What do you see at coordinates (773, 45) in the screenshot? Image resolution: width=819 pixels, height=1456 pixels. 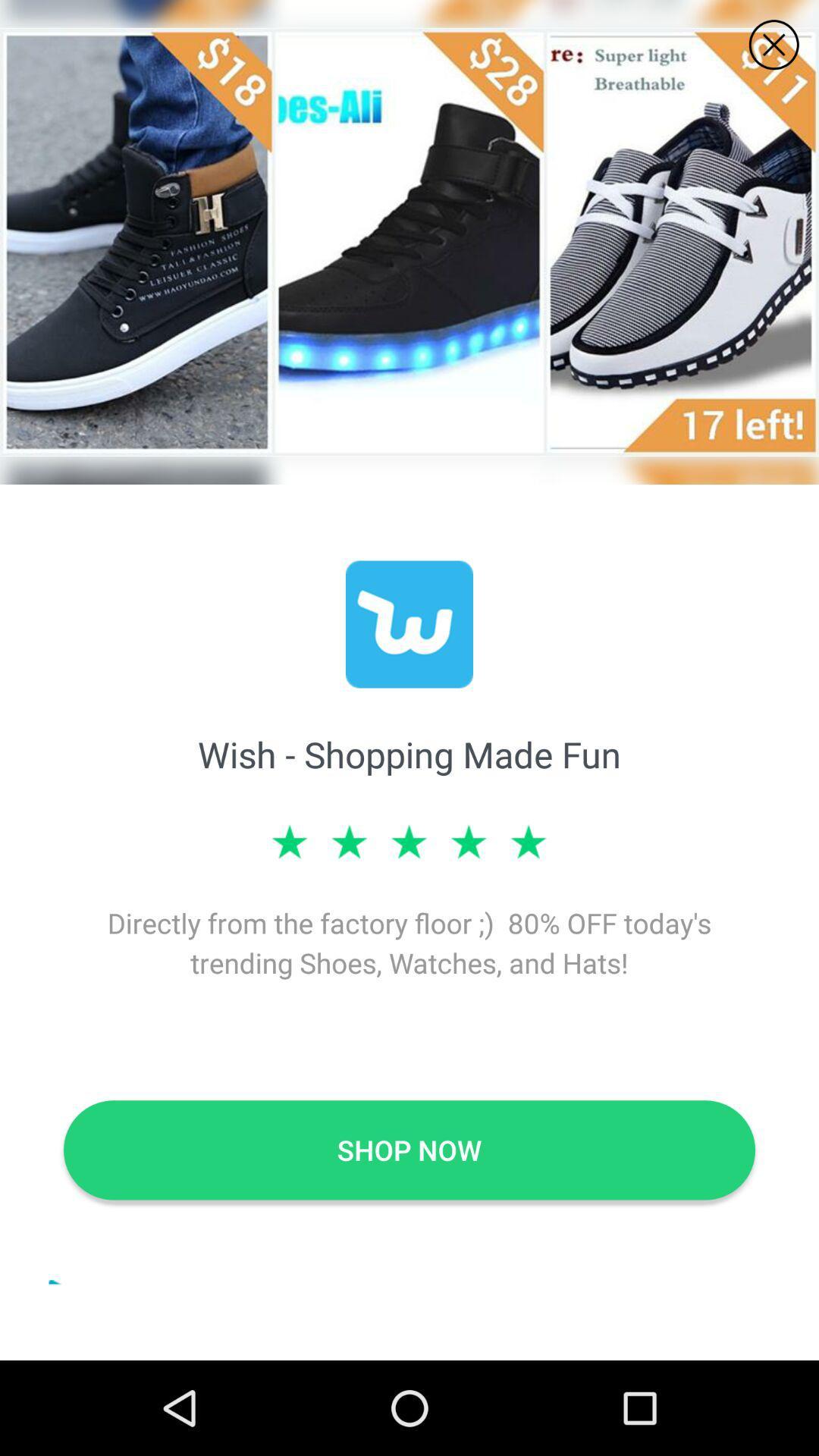 I see `the close icon` at bounding box center [773, 45].